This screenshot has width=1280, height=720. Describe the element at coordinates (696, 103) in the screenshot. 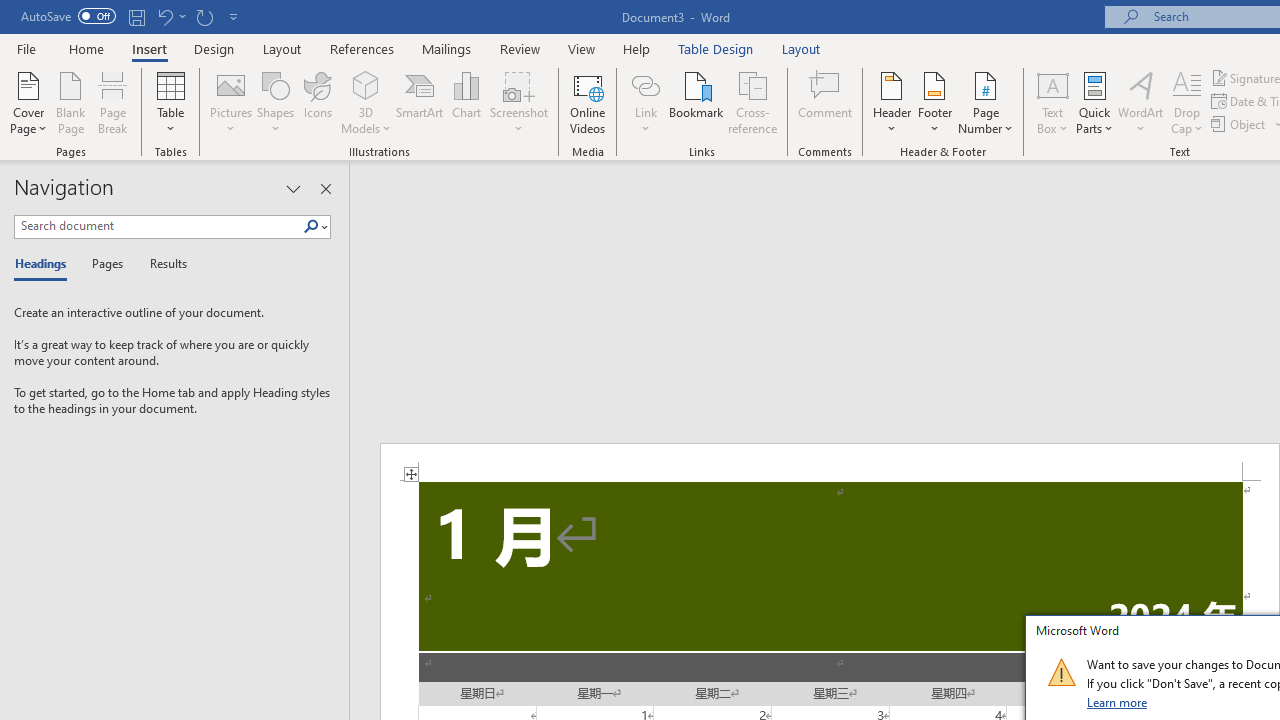

I see `'Bookmark...'` at that location.